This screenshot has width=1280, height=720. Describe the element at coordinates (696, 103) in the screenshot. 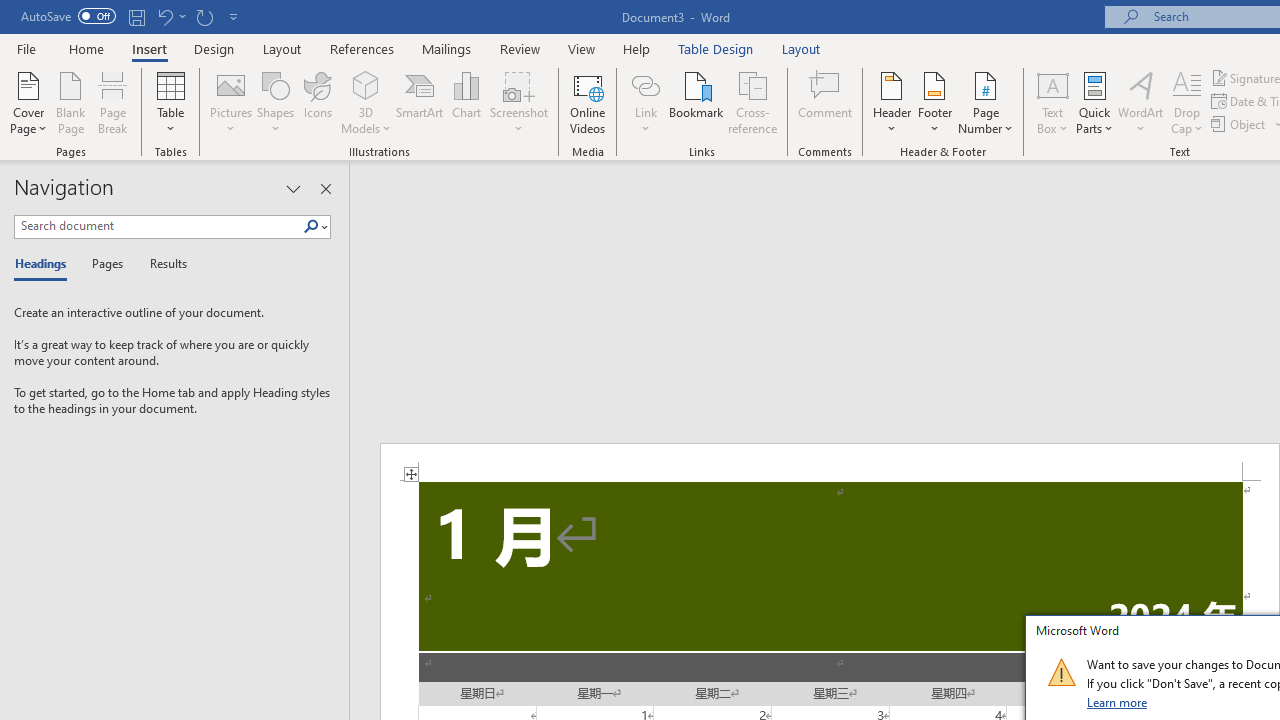

I see `'Bookmark...'` at that location.